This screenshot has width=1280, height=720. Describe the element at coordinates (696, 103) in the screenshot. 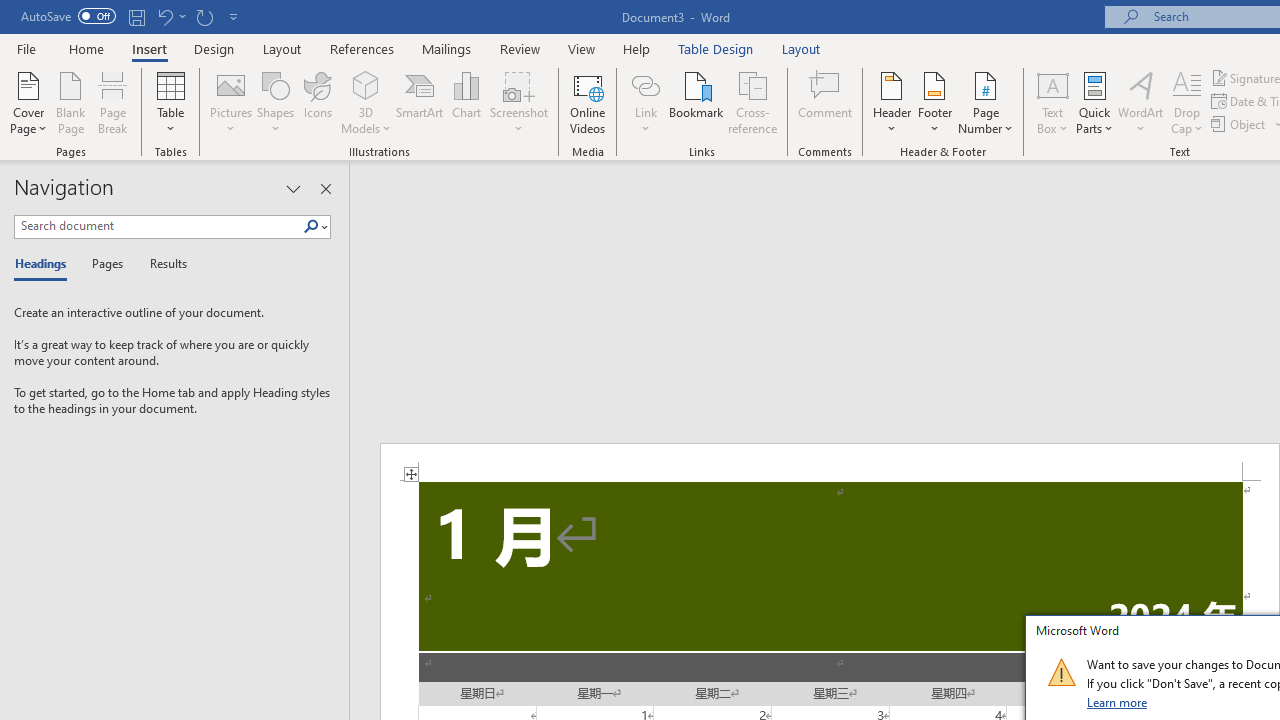

I see `'Bookmark...'` at that location.